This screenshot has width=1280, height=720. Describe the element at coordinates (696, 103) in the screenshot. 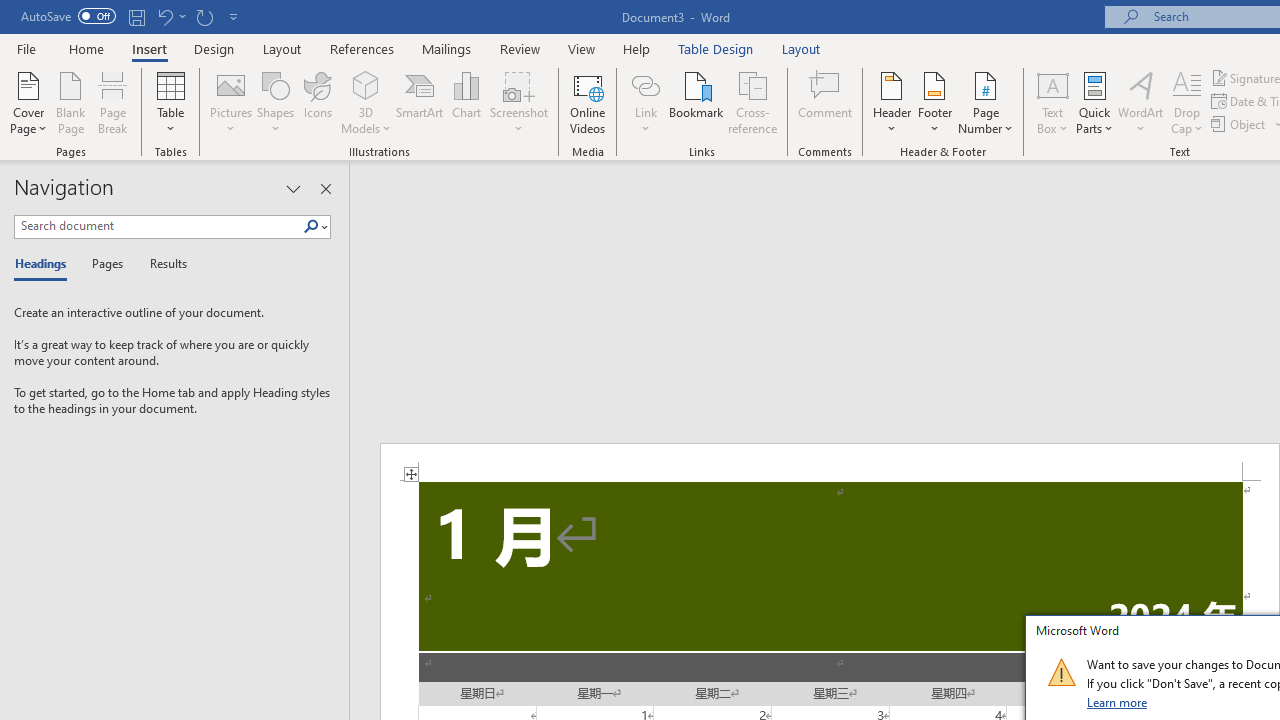

I see `'Bookmark...'` at that location.